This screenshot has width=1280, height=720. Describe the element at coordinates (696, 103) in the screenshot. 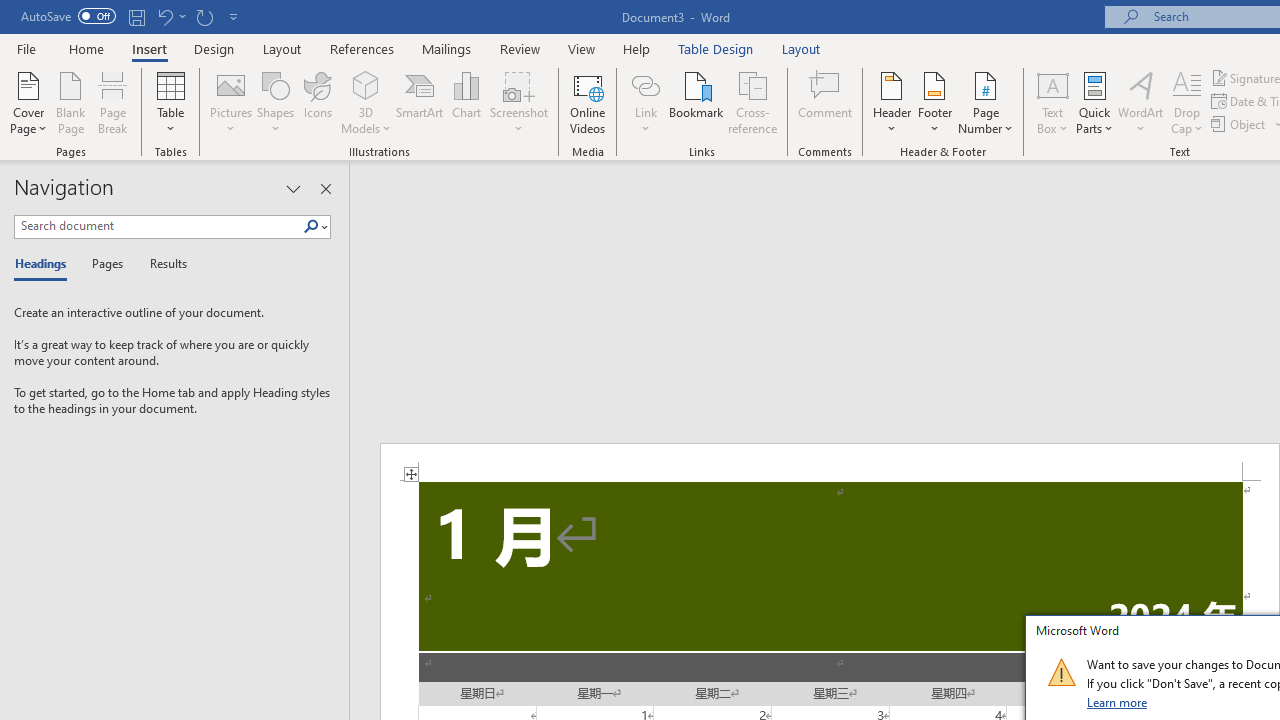

I see `'Bookmark...'` at that location.